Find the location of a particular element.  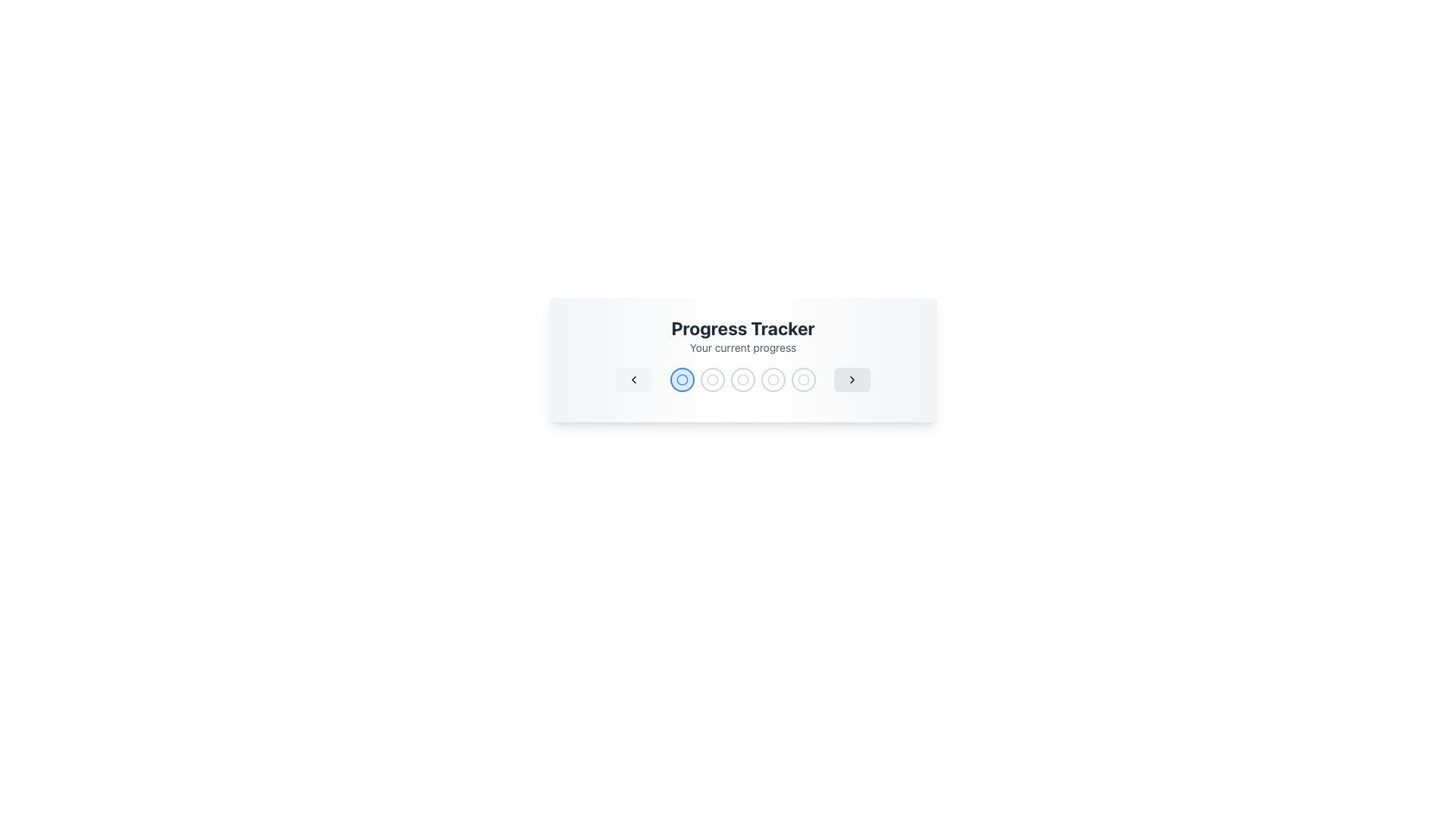

the static text label that serves as a descriptive subtitle for 'Progress Tracker', located immediately below the main title in the central upper area of the interface is located at coordinates (742, 348).